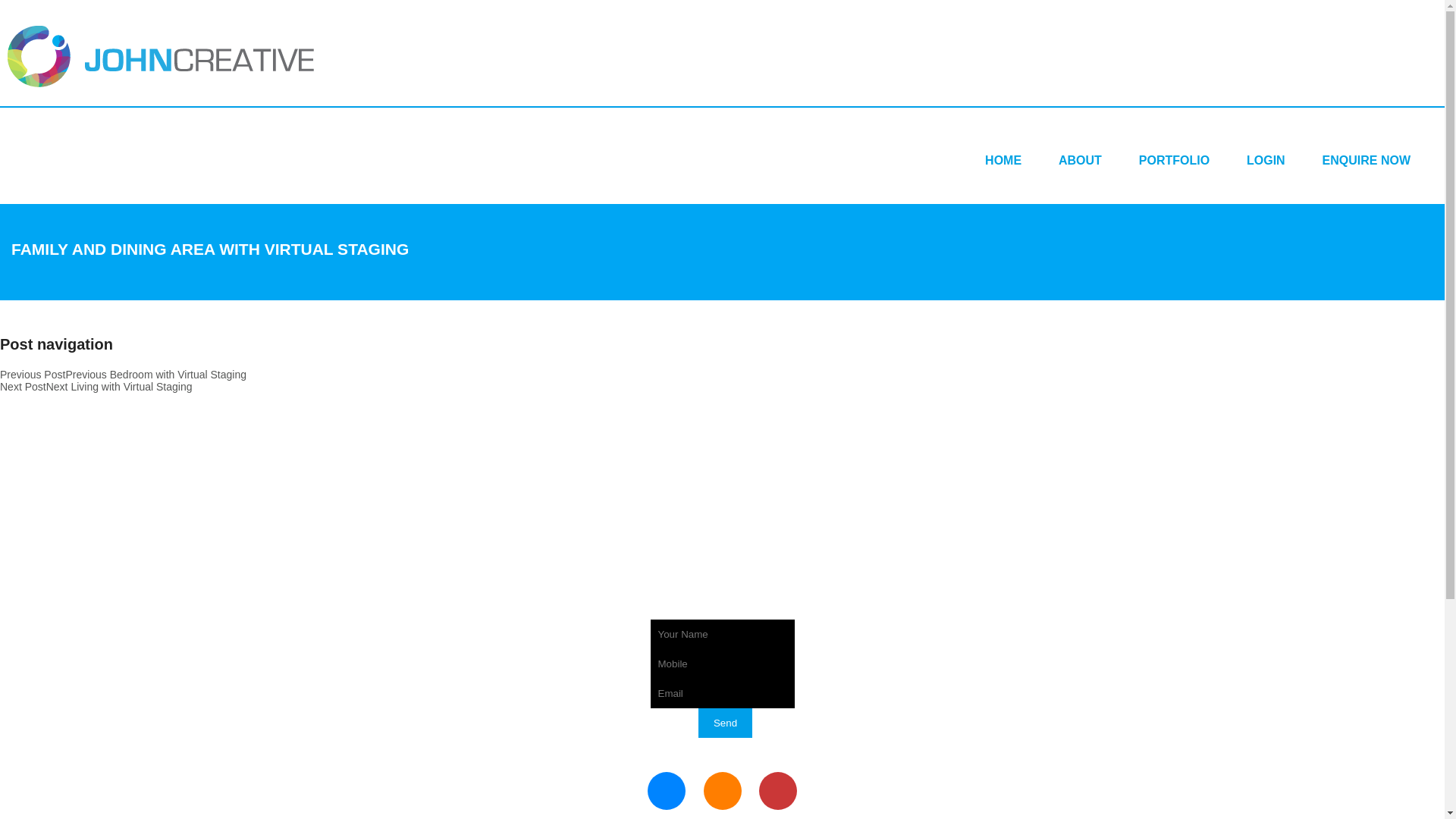 The height and width of the screenshot is (819, 1456). Describe the element at coordinates (1173, 160) in the screenshot. I see `'PORTFOLIO'` at that location.